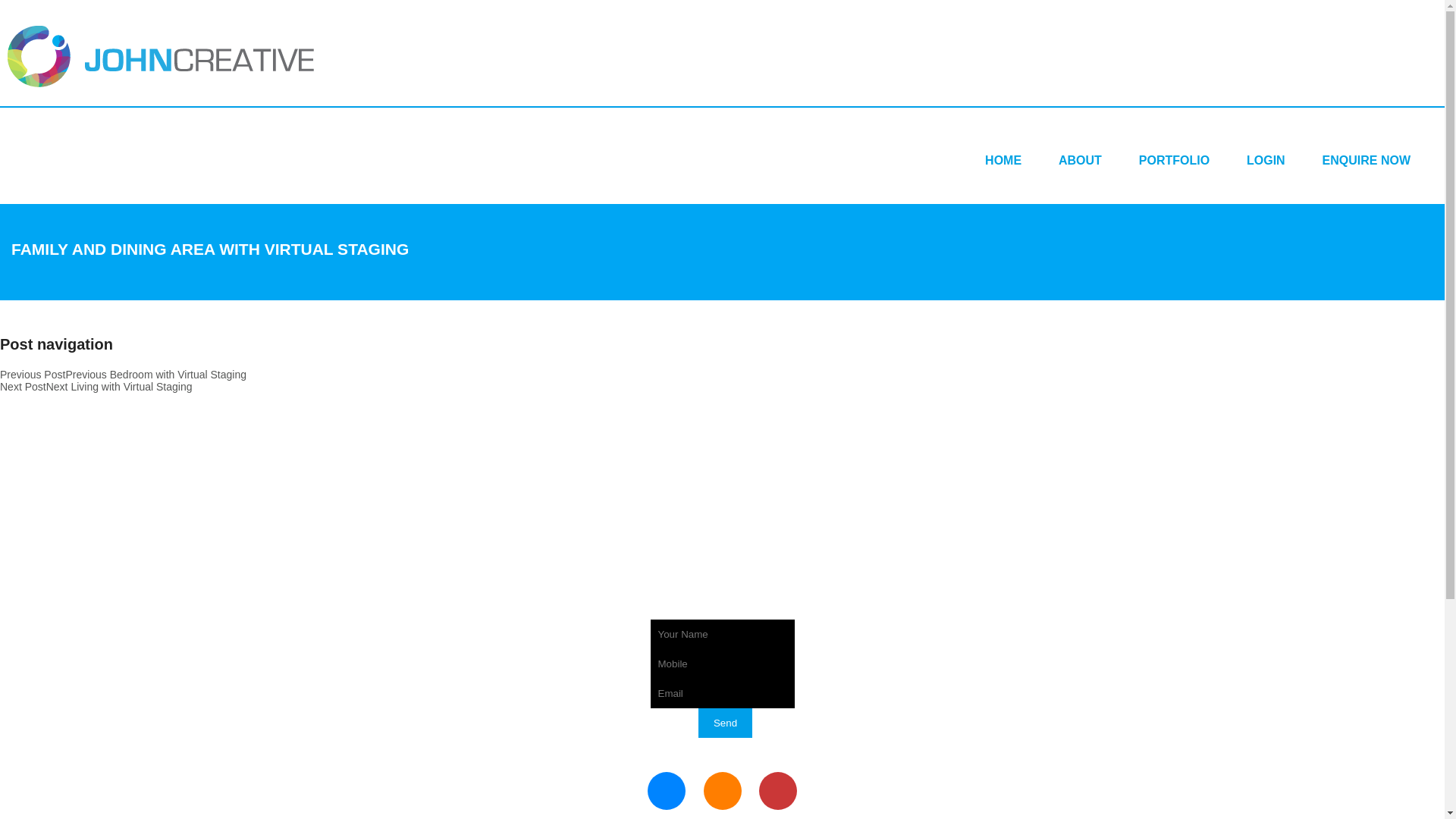 The height and width of the screenshot is (819, 1456). Describe the element at coordinates (1173, 160) in the screenshot. I see `'PORTFOLIO'` at that location.